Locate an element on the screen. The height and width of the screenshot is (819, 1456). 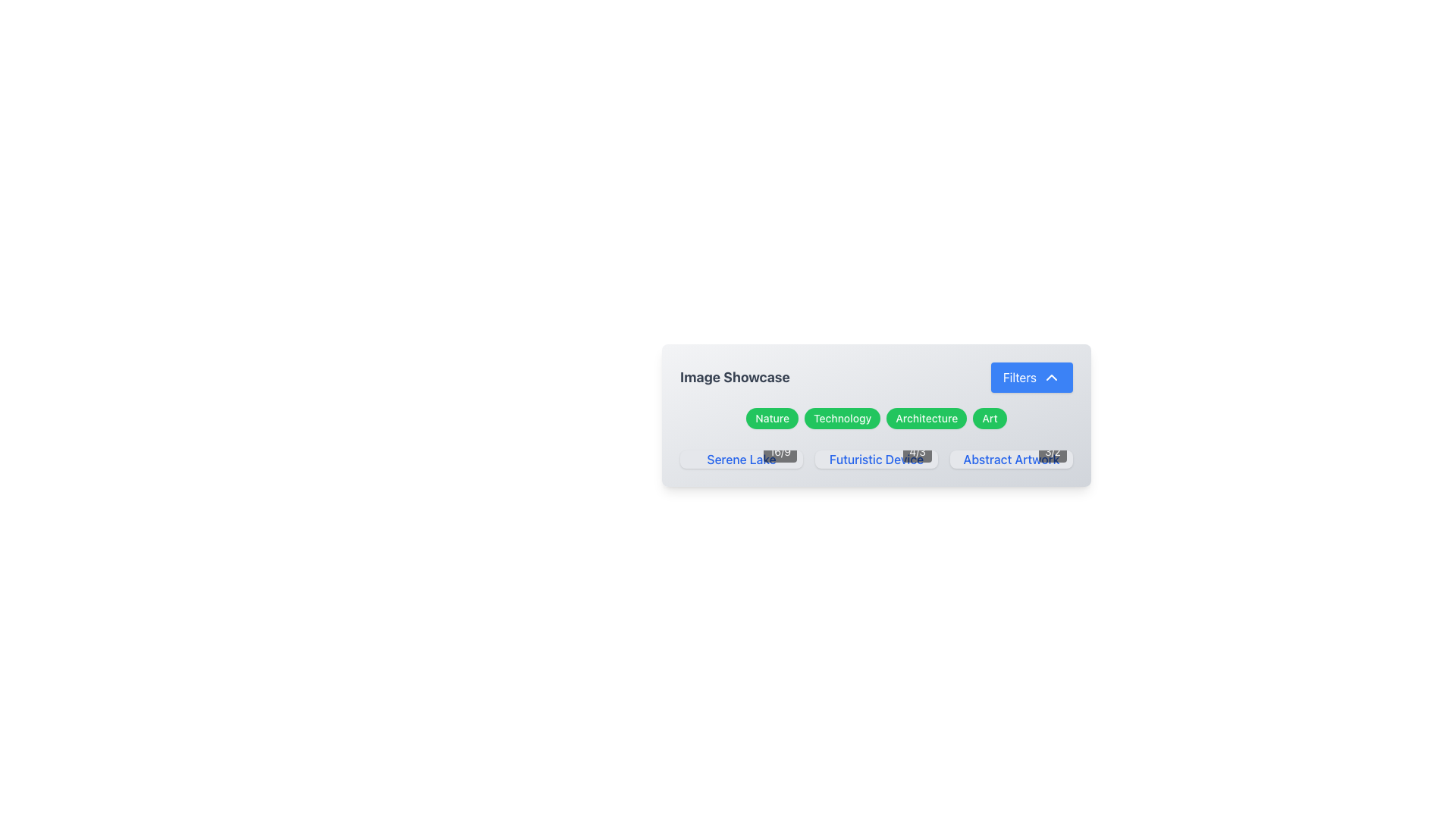
the 'Nature' toggle button located in the center-right of the interface is located at coordinates (771, 418).